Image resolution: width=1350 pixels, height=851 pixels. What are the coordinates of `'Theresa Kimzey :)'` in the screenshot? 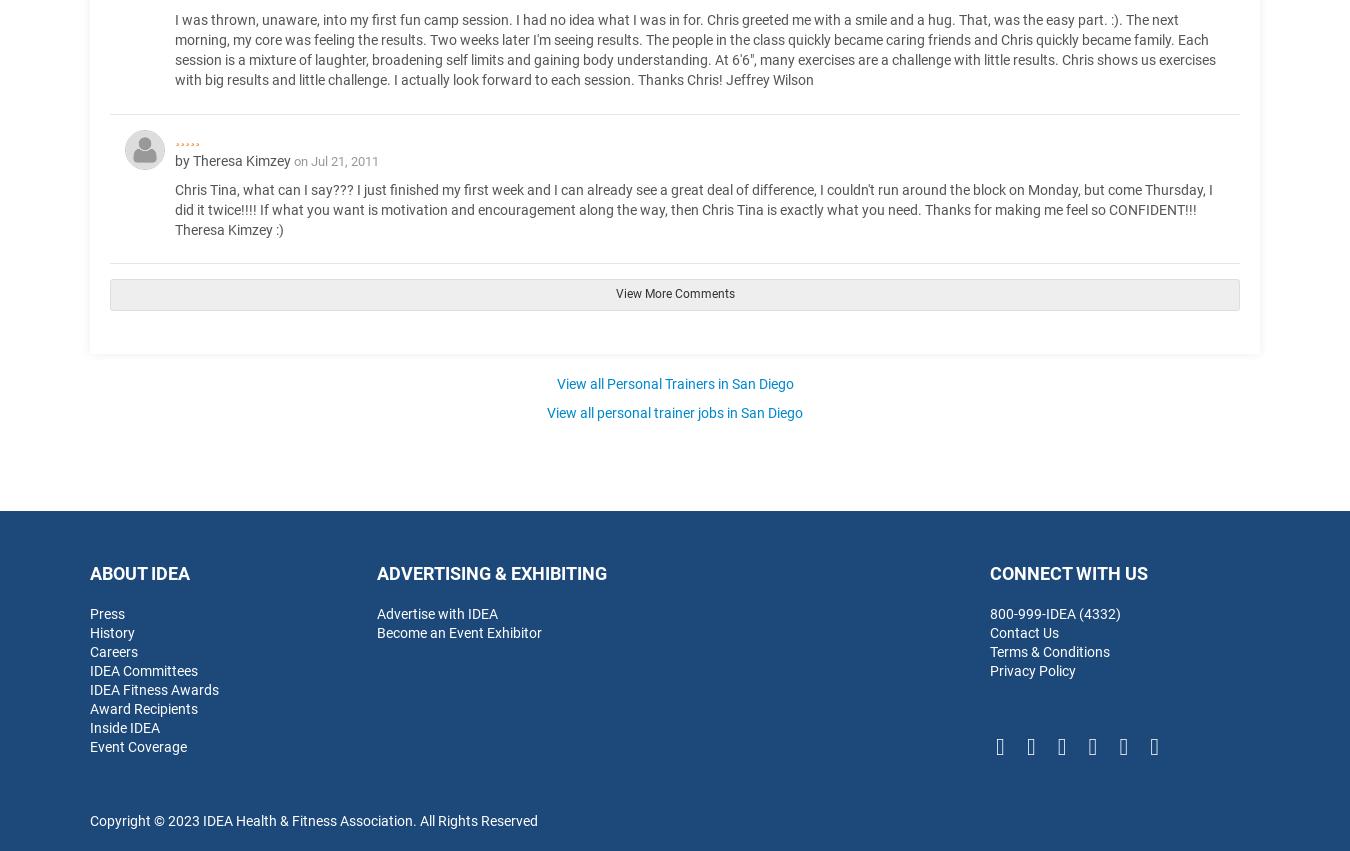 It's located at (174, 229).